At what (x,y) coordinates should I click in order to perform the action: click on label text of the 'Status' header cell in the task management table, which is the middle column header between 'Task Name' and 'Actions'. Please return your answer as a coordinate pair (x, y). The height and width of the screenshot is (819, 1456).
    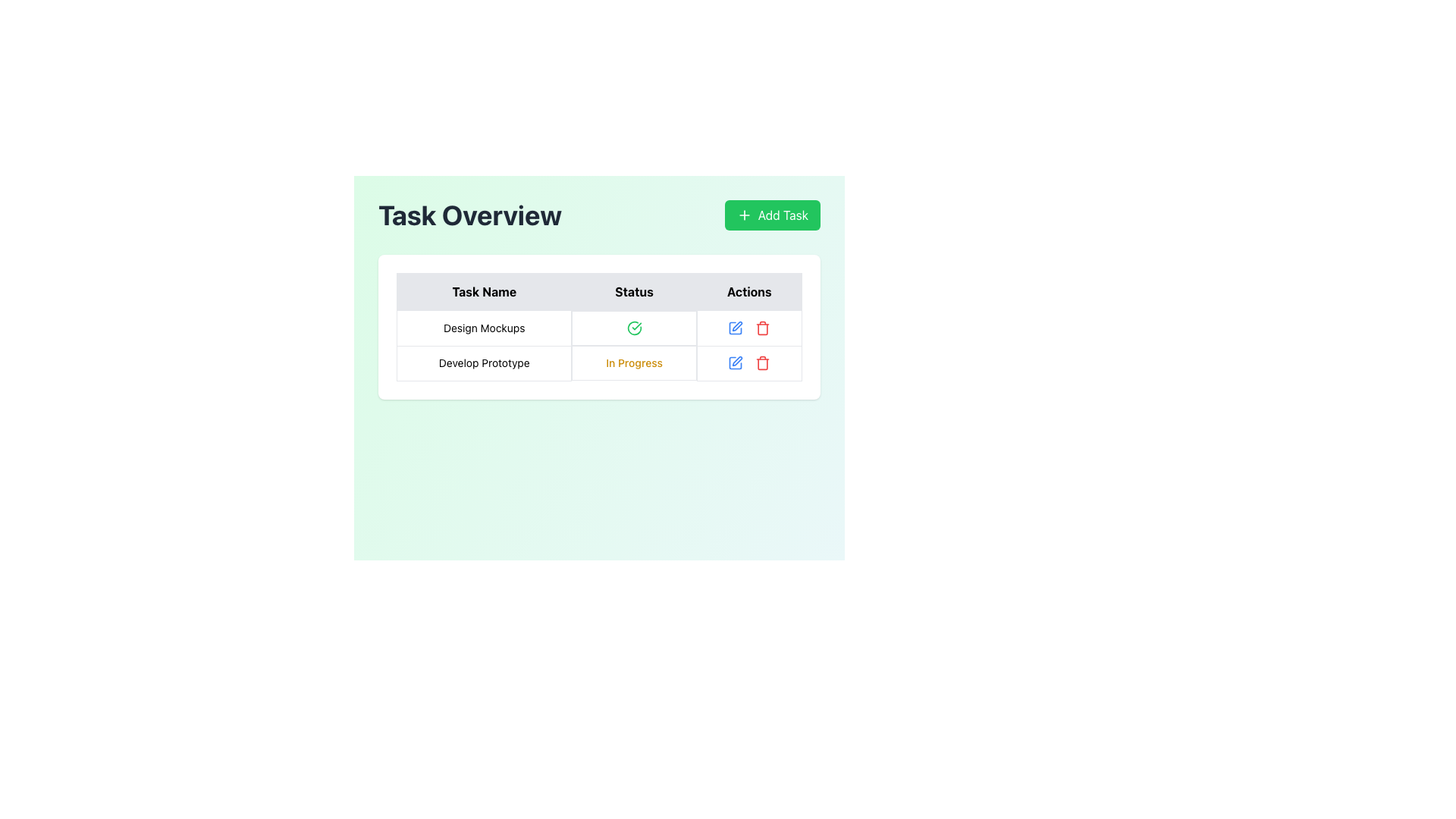
    Looking at the image, I should click on (634, 292).